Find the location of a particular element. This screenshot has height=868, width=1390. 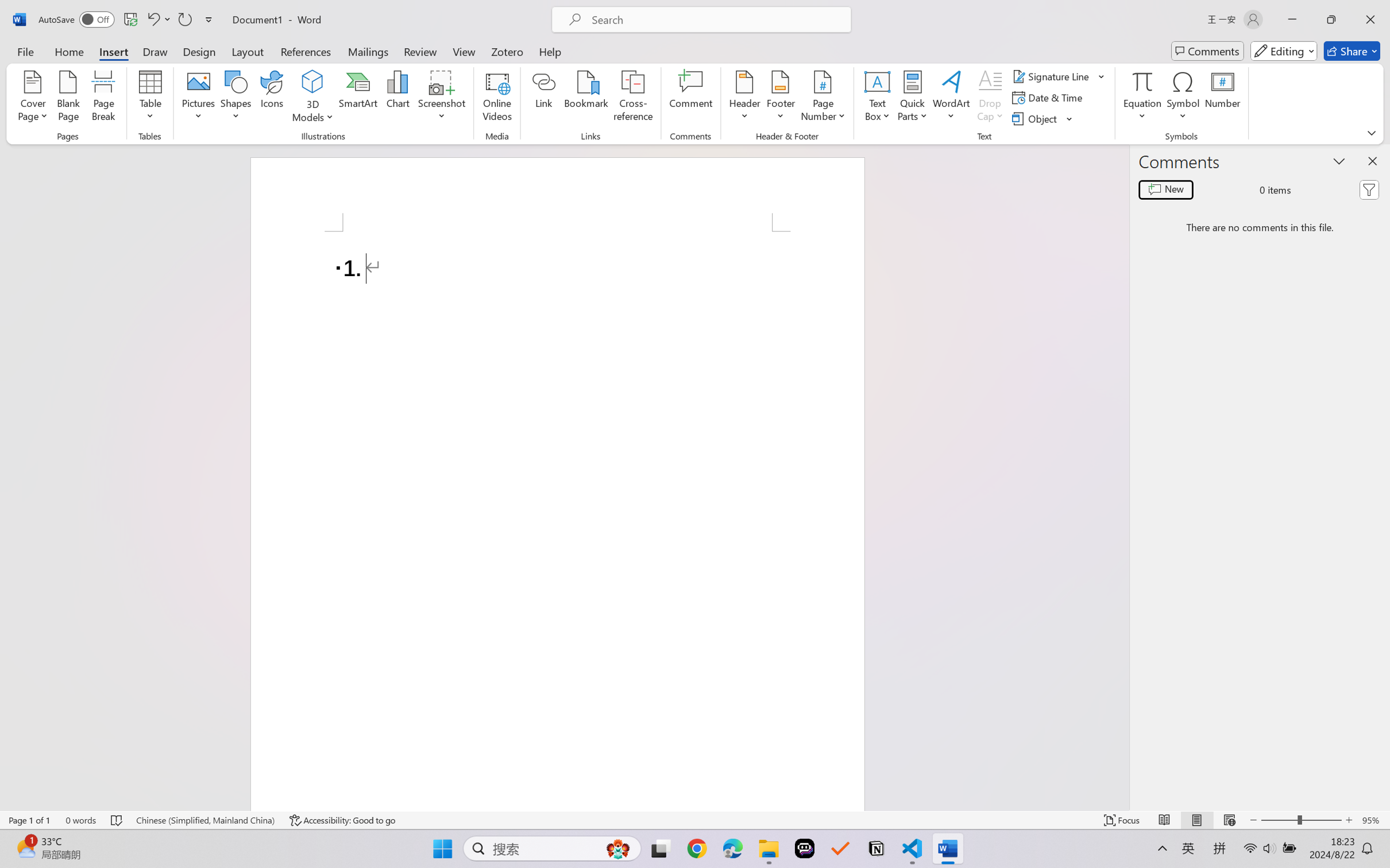

'Table' is located at coordinates (150, 98).